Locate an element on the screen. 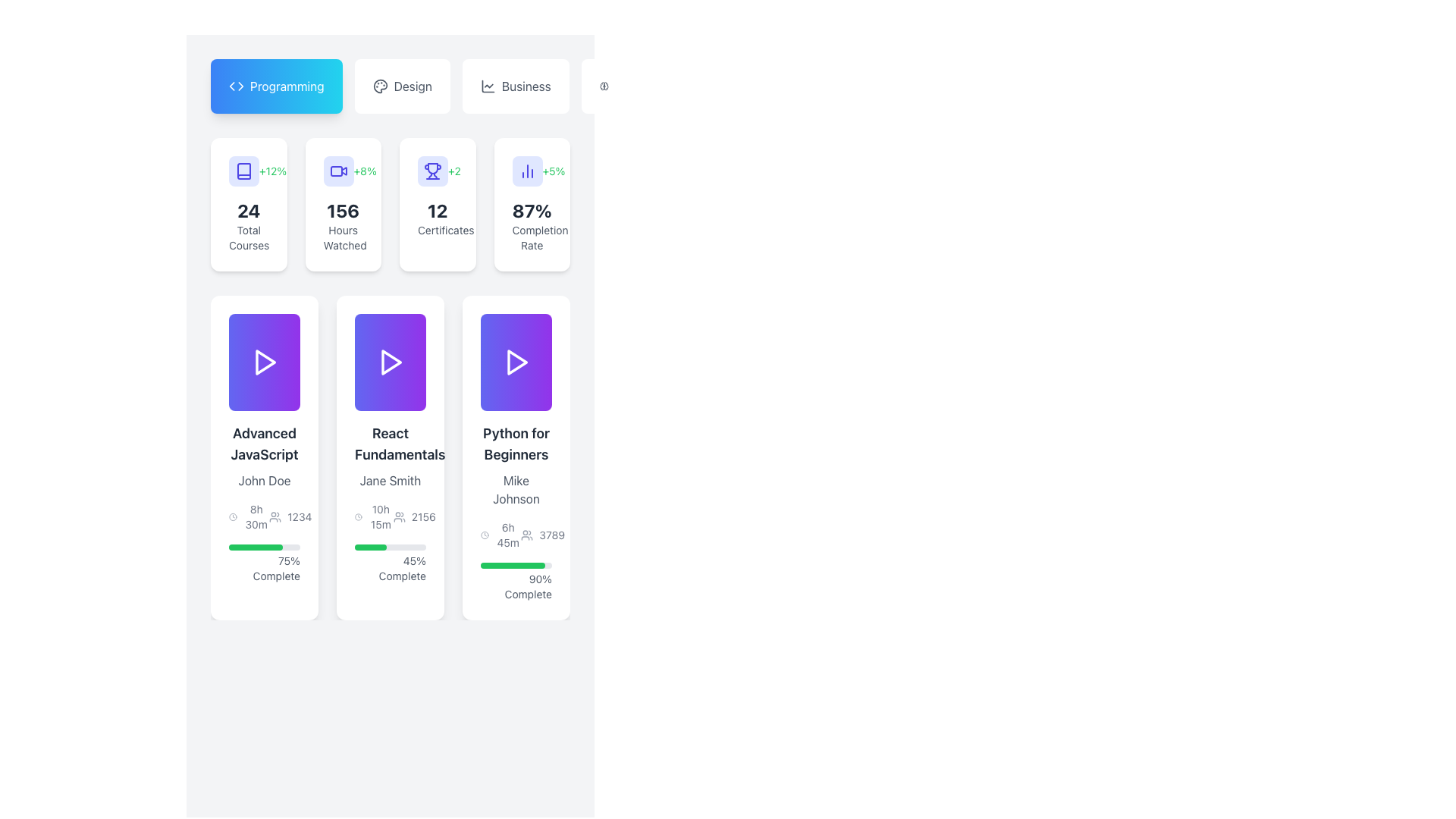 The height and width of the screenshot is (819, 1456). the Progress Bar in the 'Advanced JavaScript' course card, which visually displays the completion percentage above the '75% Complete' text is located at coordinates (265, 547).